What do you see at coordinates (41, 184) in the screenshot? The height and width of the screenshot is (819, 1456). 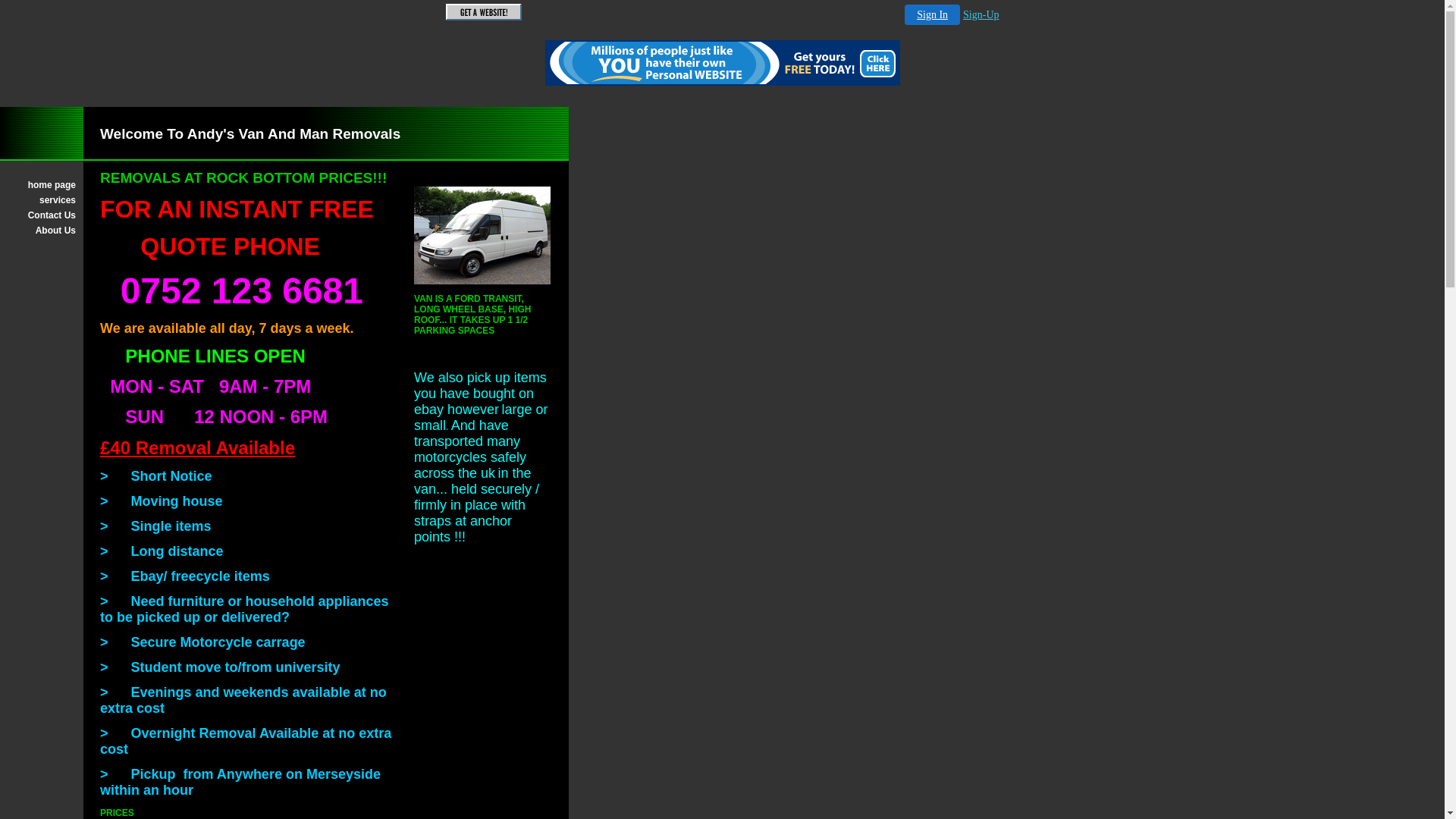 I see `'home page'` at bounding box center [41, 184].